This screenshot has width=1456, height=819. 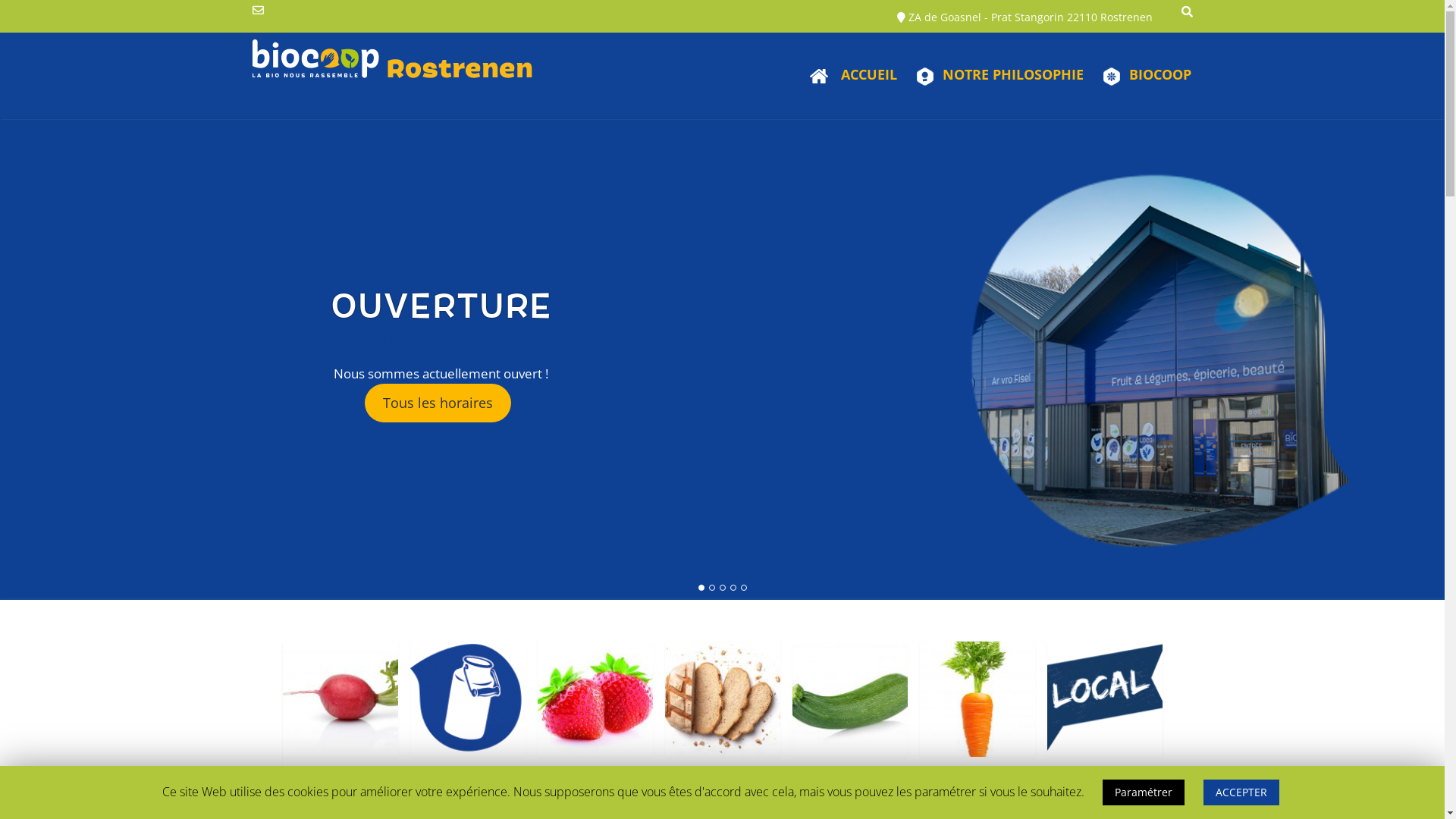 I want to click on 'Skip to content', so click(x=0, y=0).